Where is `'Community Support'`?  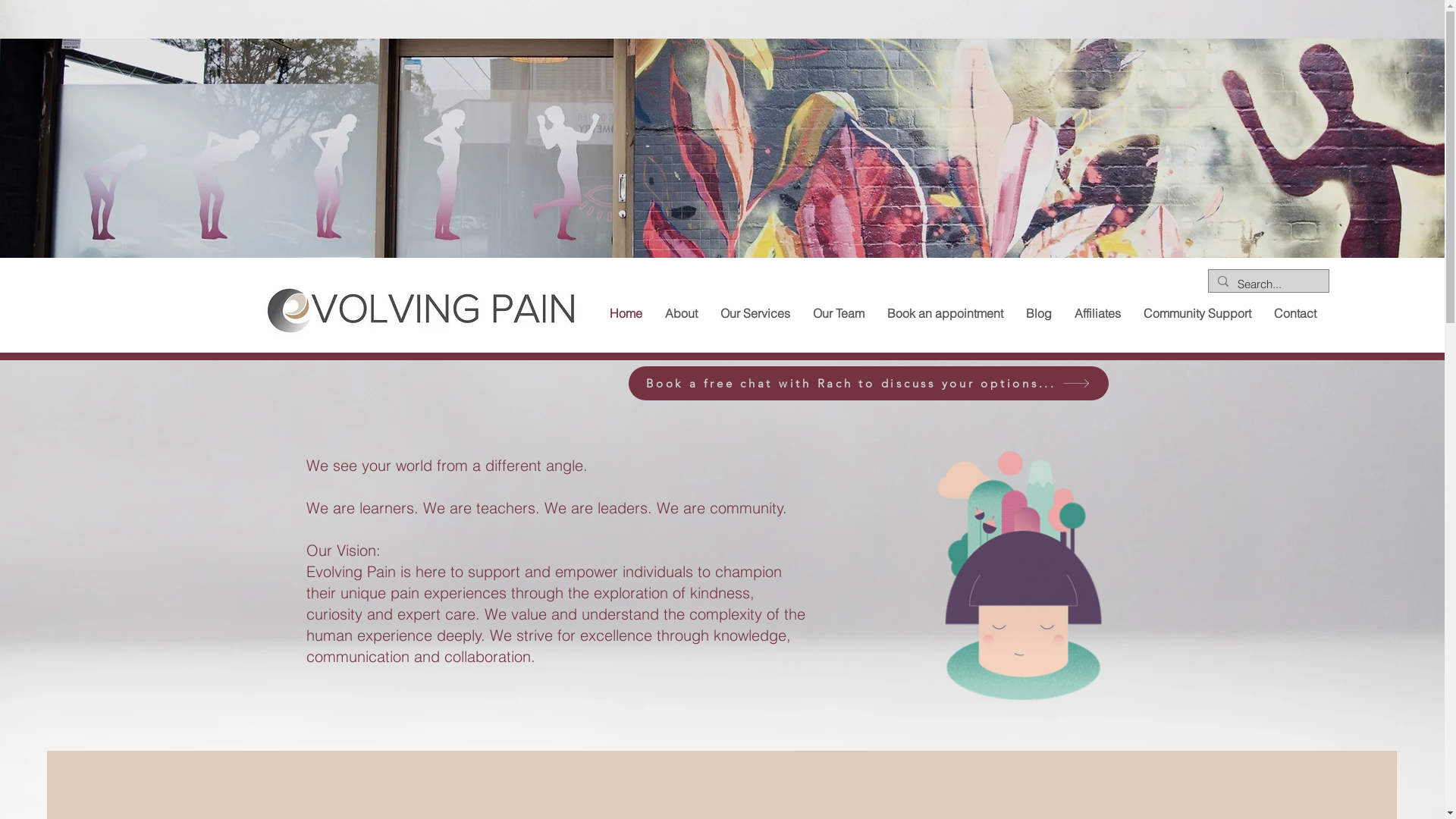 'Community Support' is located at coordinates (1196, 312).